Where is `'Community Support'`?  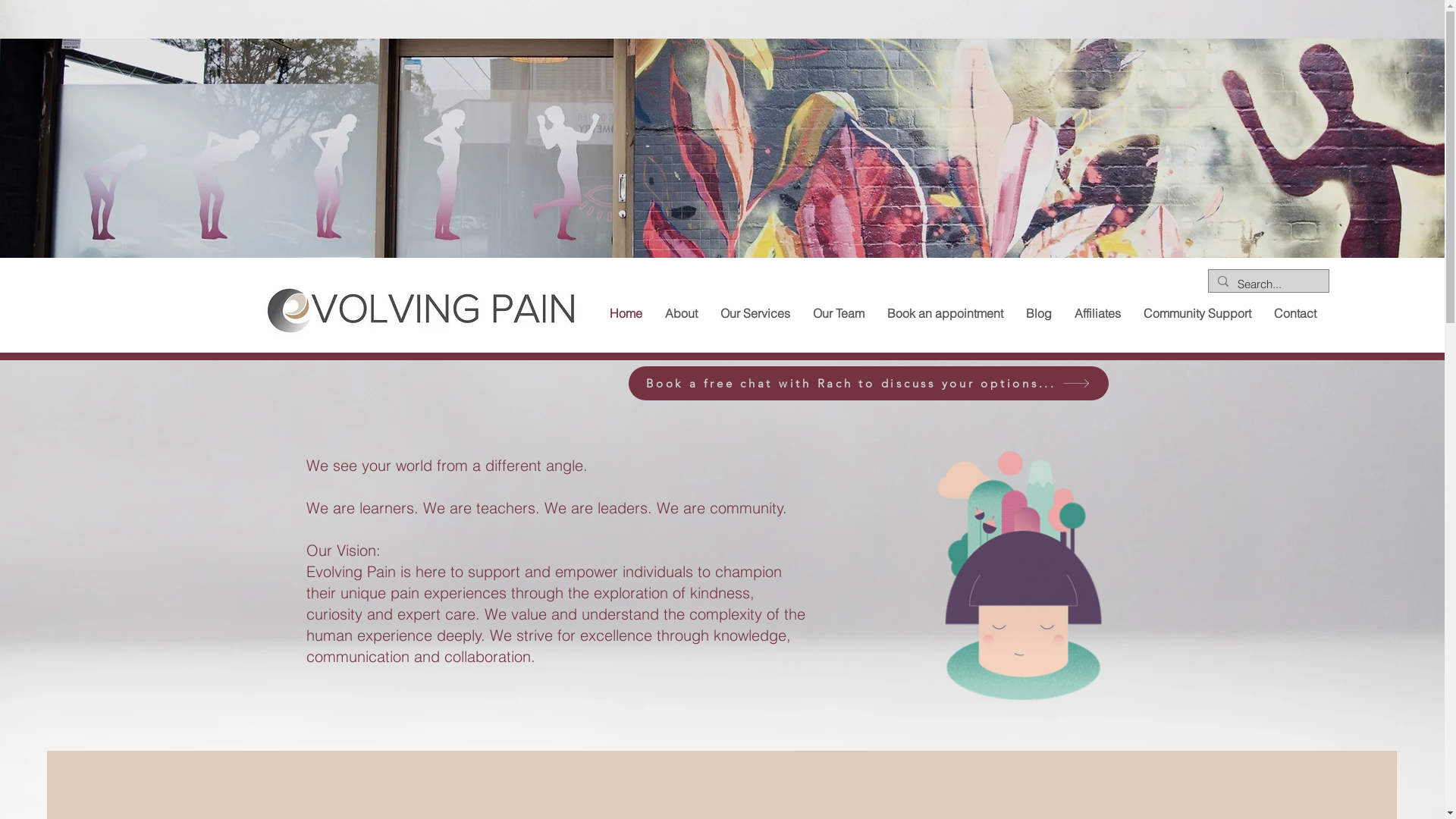 'Community Support' is located at coordinates (1196, 312).